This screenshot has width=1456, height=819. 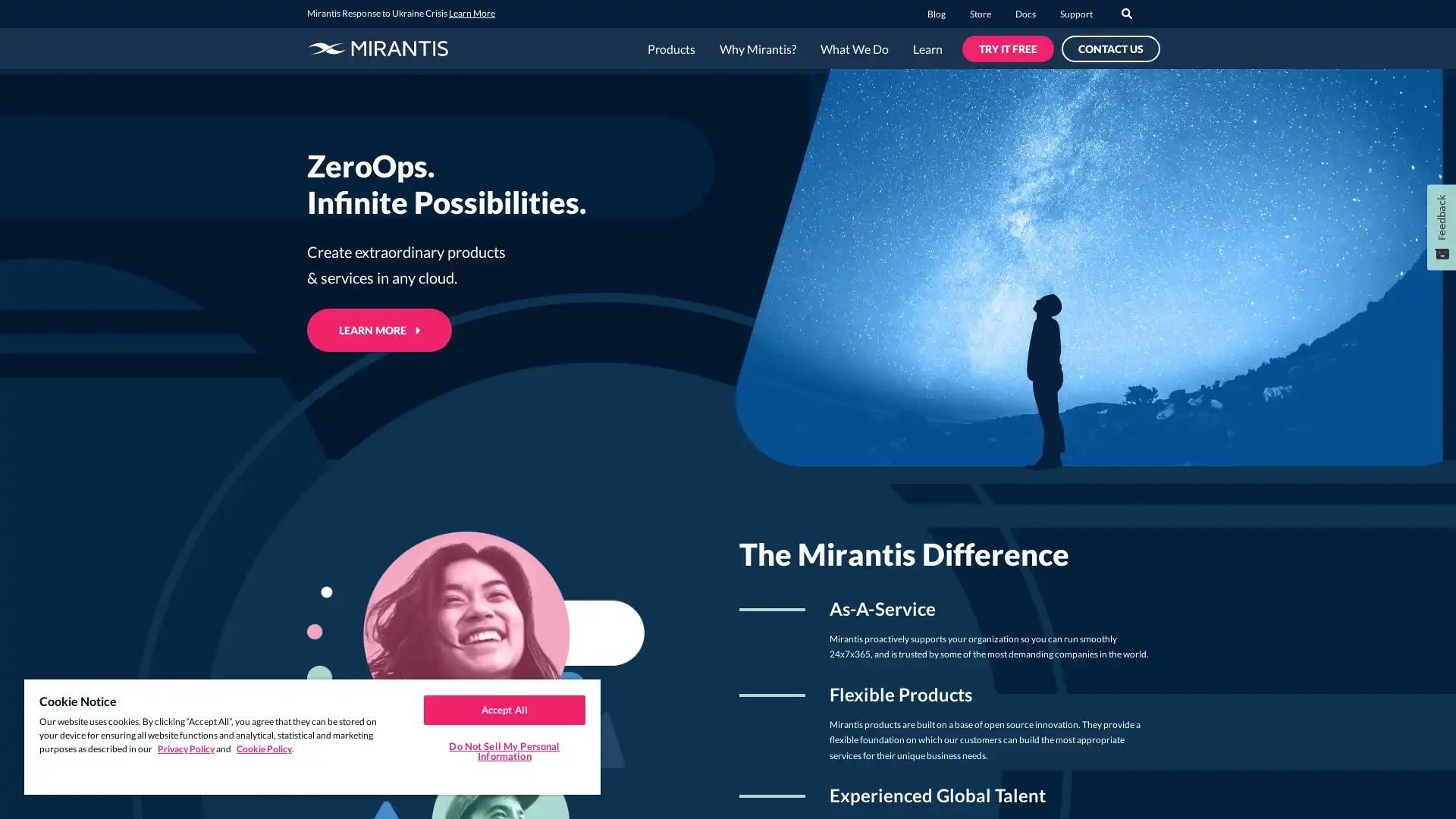 What do you see at coordinates (927, 49) in the screenshot?
I see `Learn` at bounding box center [927, 49].